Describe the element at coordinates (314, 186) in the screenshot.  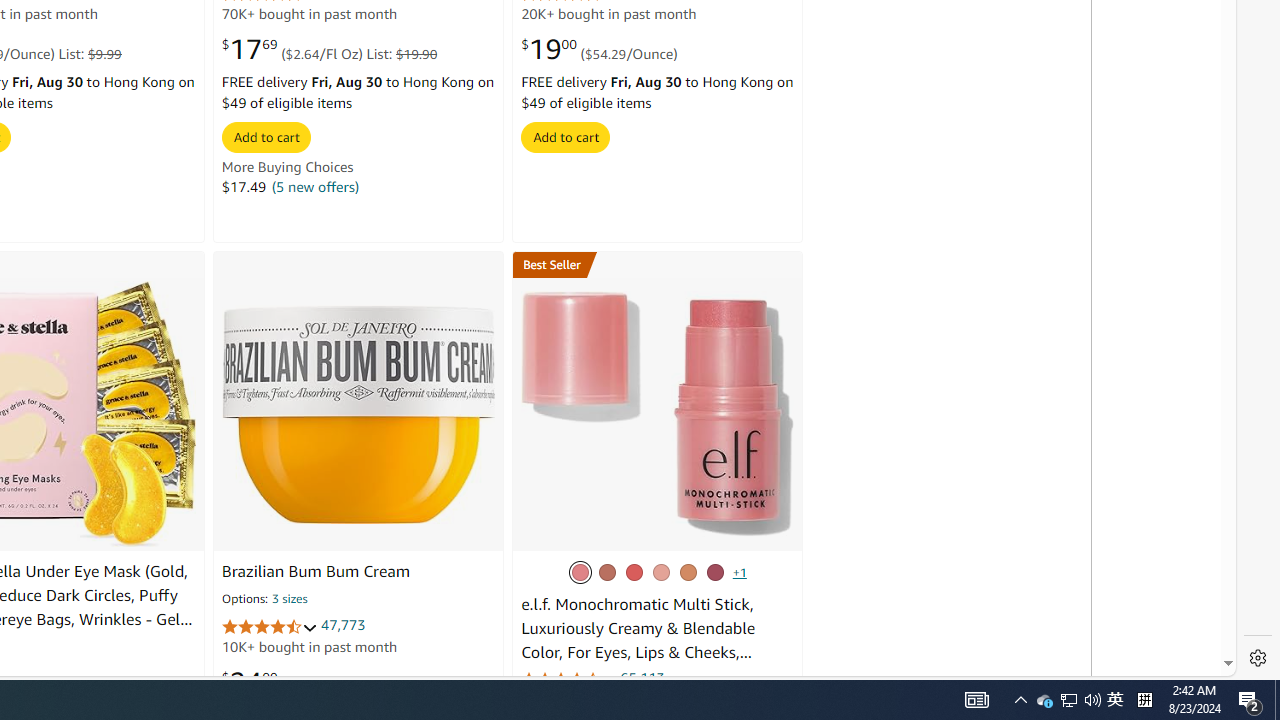
I see `'(5 new offers)'` at that location.